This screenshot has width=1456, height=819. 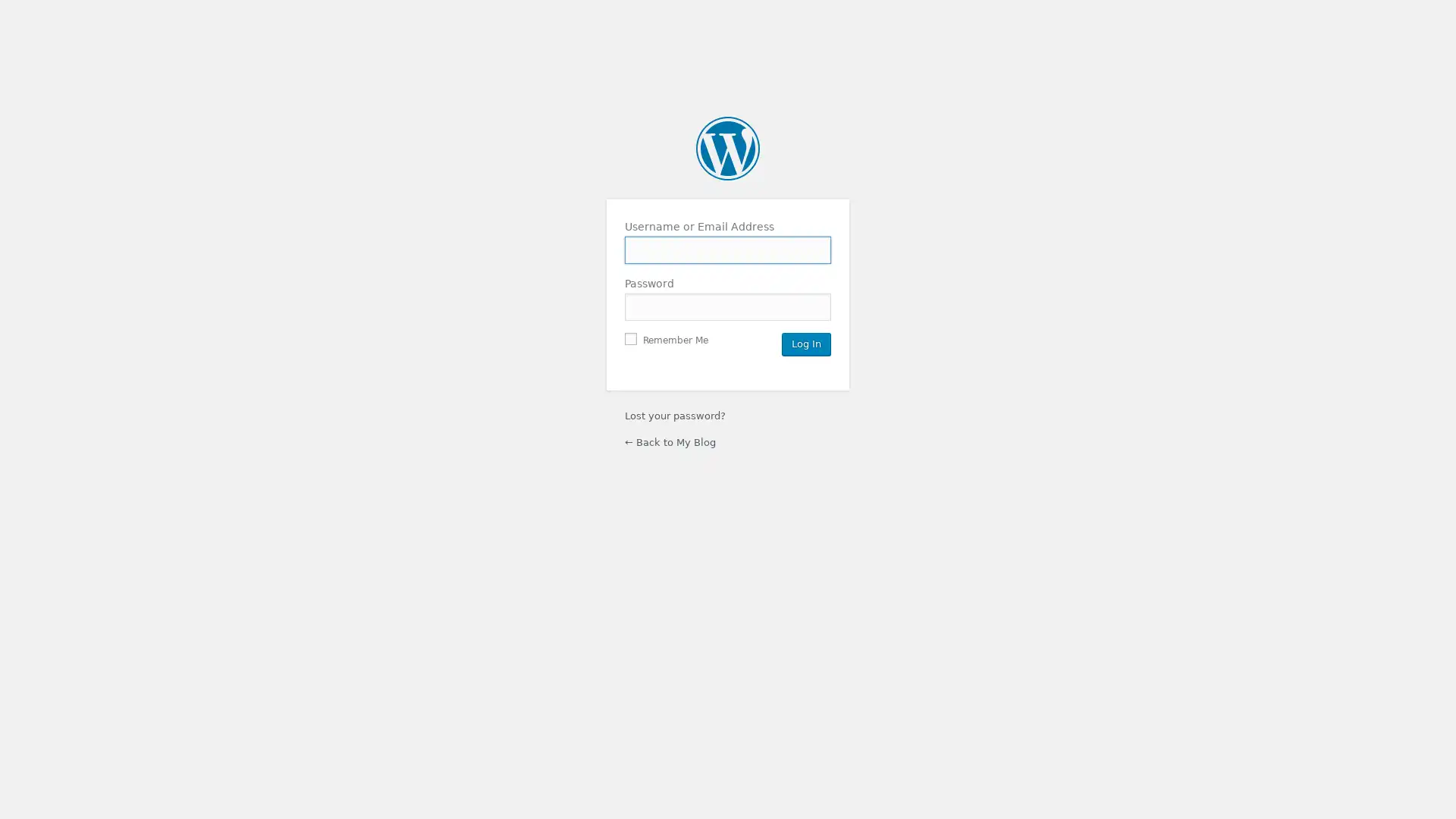 What do you see at coordinates (805, 343) in the screenshot?
I see `Log In` at bounding box center [805, 343].